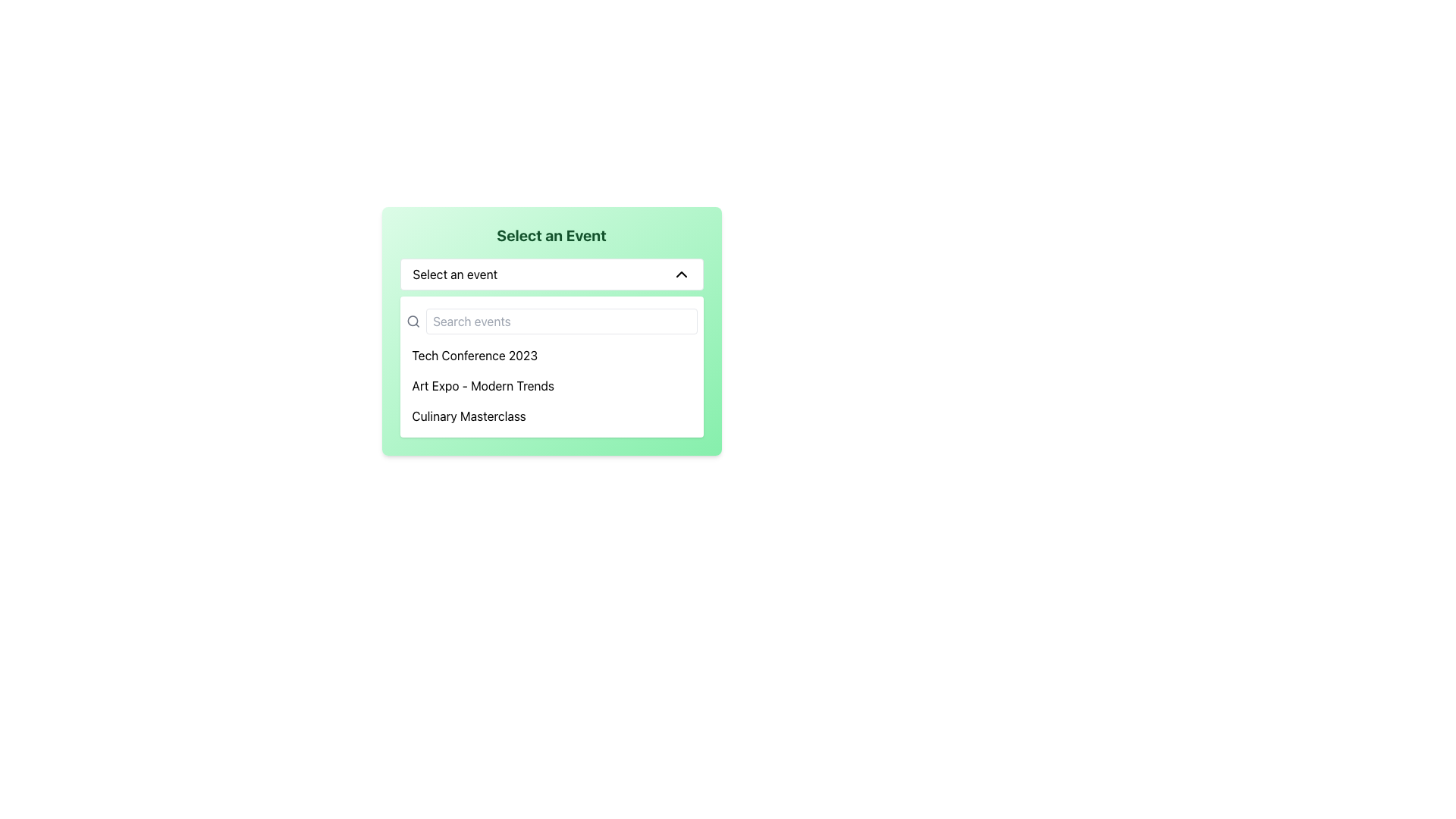  Describe the element at coordinates (551, 236) in the screenshot. I see `the heading element which serves as the title for the section, indicating the purpose of the elements contained below it` at that location.